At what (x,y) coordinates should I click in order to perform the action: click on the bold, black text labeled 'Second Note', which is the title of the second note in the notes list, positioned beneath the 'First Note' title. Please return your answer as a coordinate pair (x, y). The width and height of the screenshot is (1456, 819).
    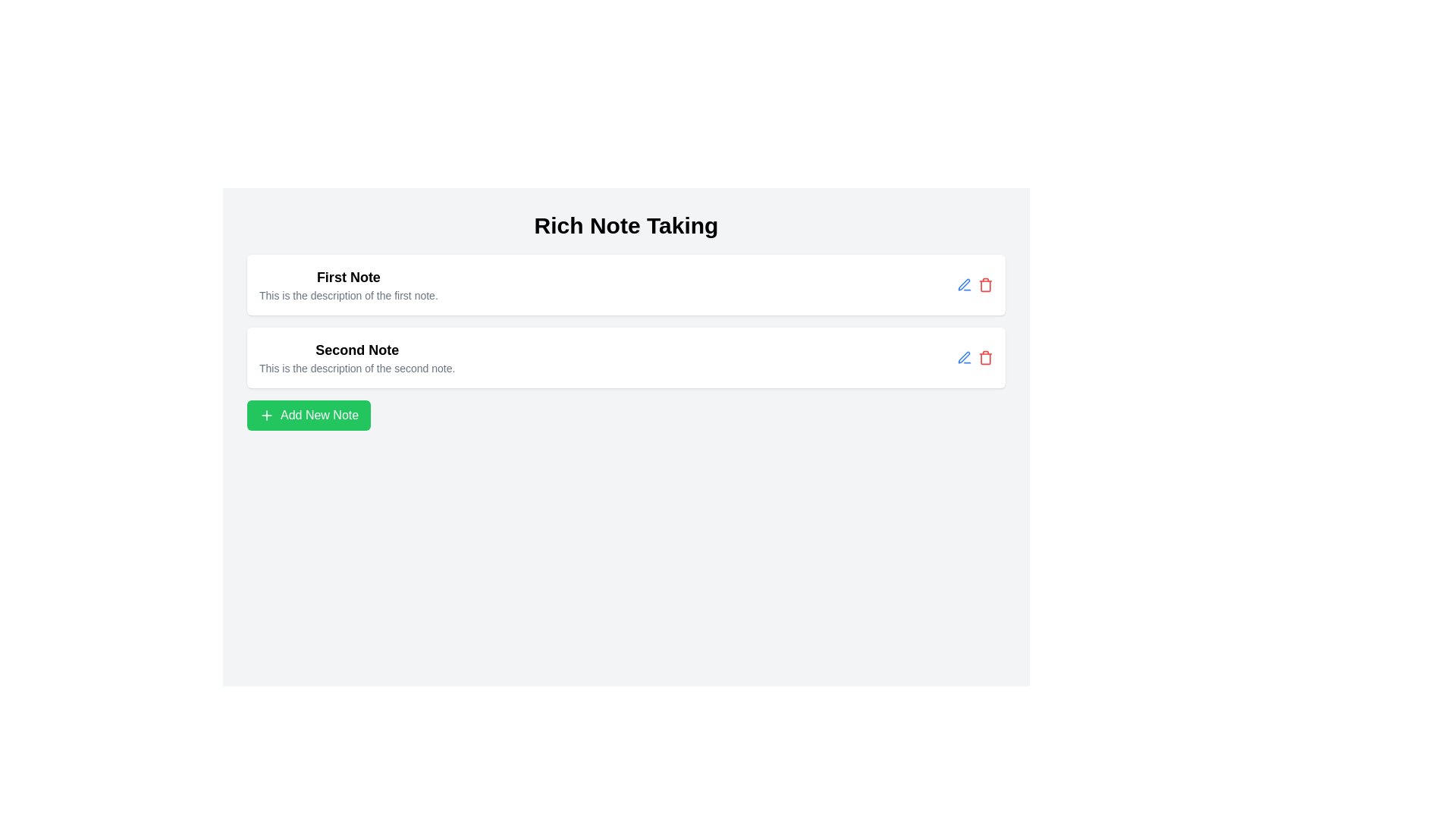
    Looking at the image, I should click on (356, 350).